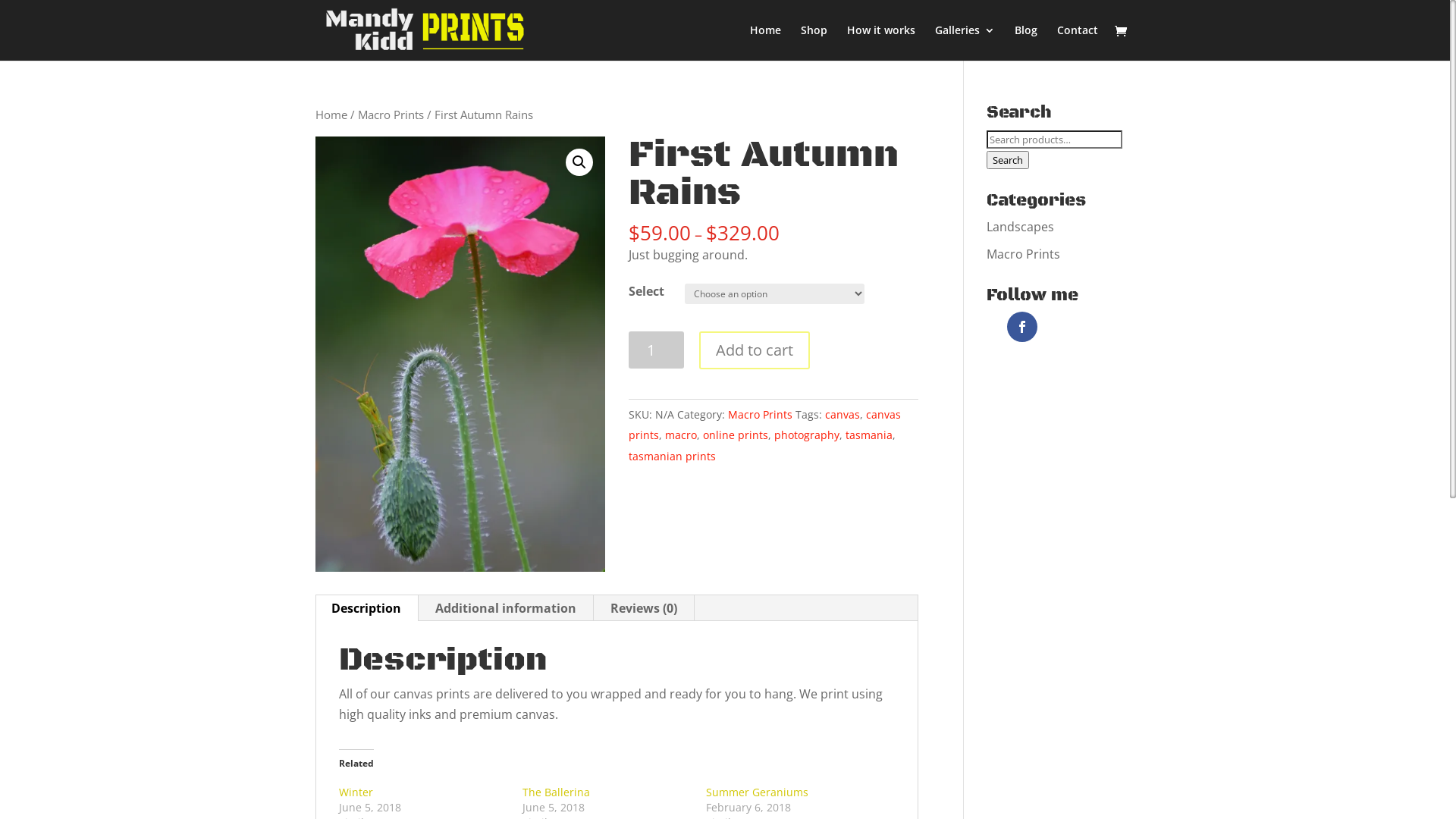 This screenshot has width=1456, height=819. I want to click on 'Summer Geraniums', so click(757, 791).